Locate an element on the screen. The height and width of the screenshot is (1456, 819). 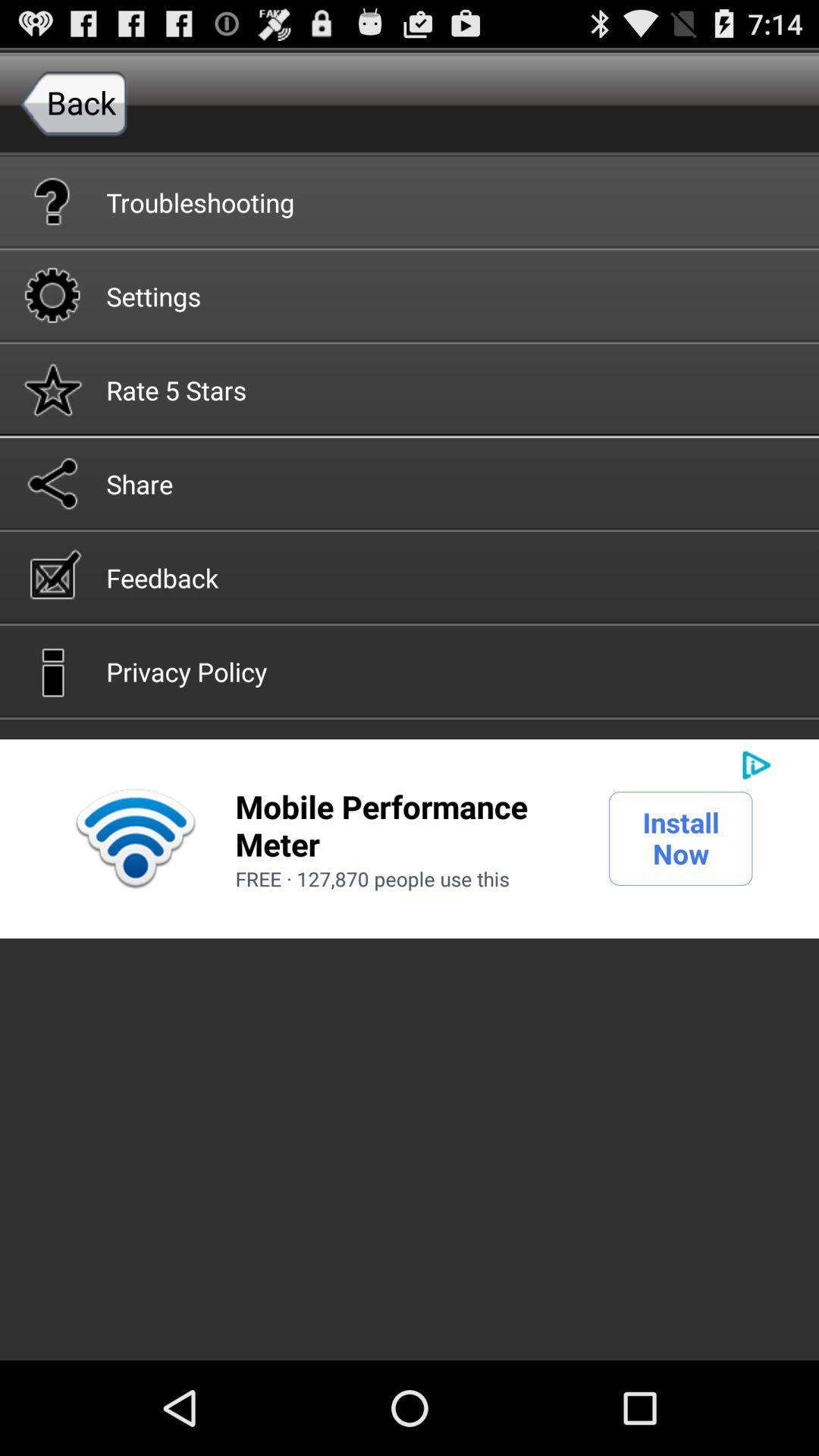
the install now item is located at coordinates (679, 837).